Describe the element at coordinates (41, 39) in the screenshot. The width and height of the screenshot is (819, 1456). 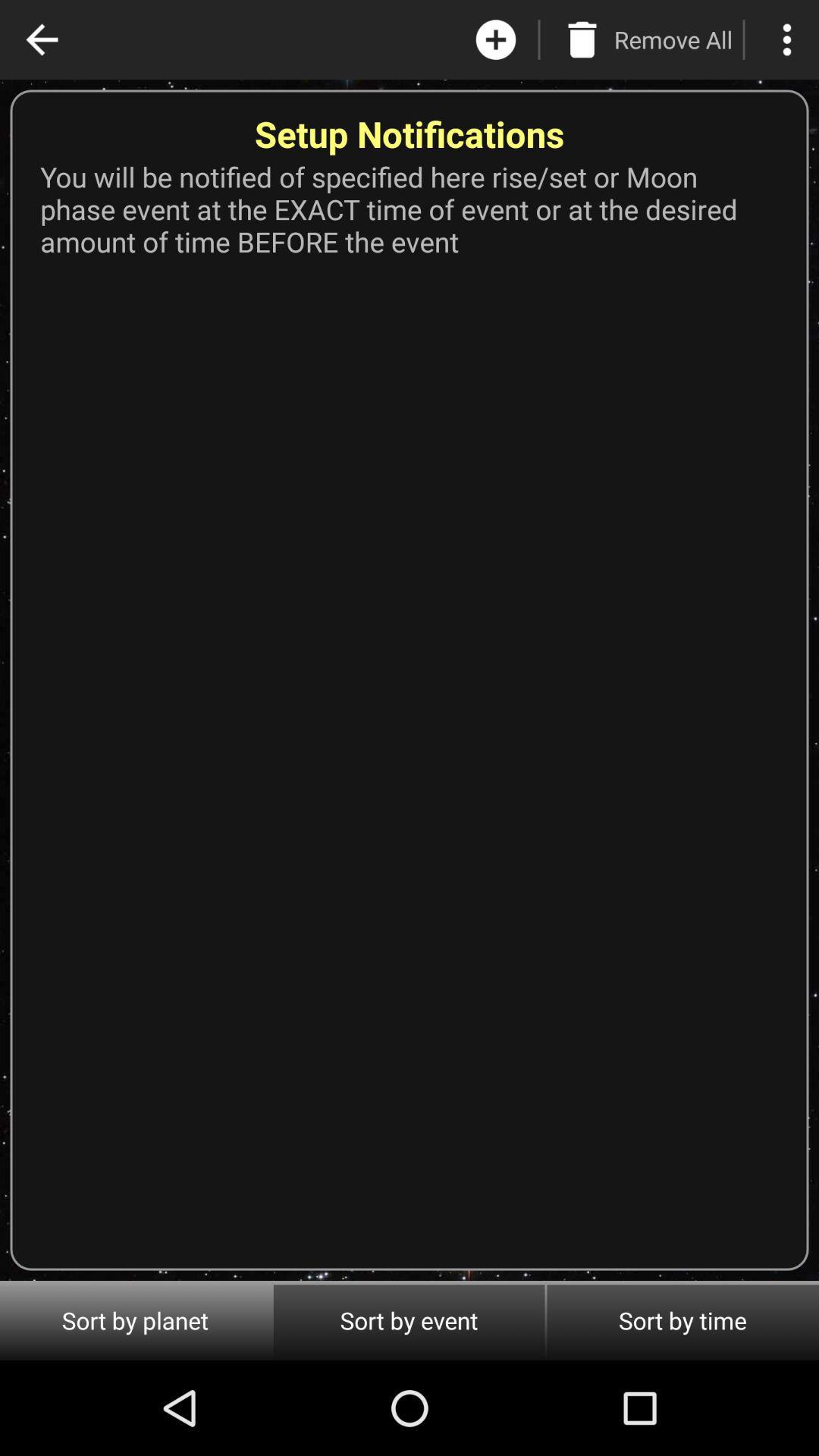
I see `item at the top left corner` at that location.